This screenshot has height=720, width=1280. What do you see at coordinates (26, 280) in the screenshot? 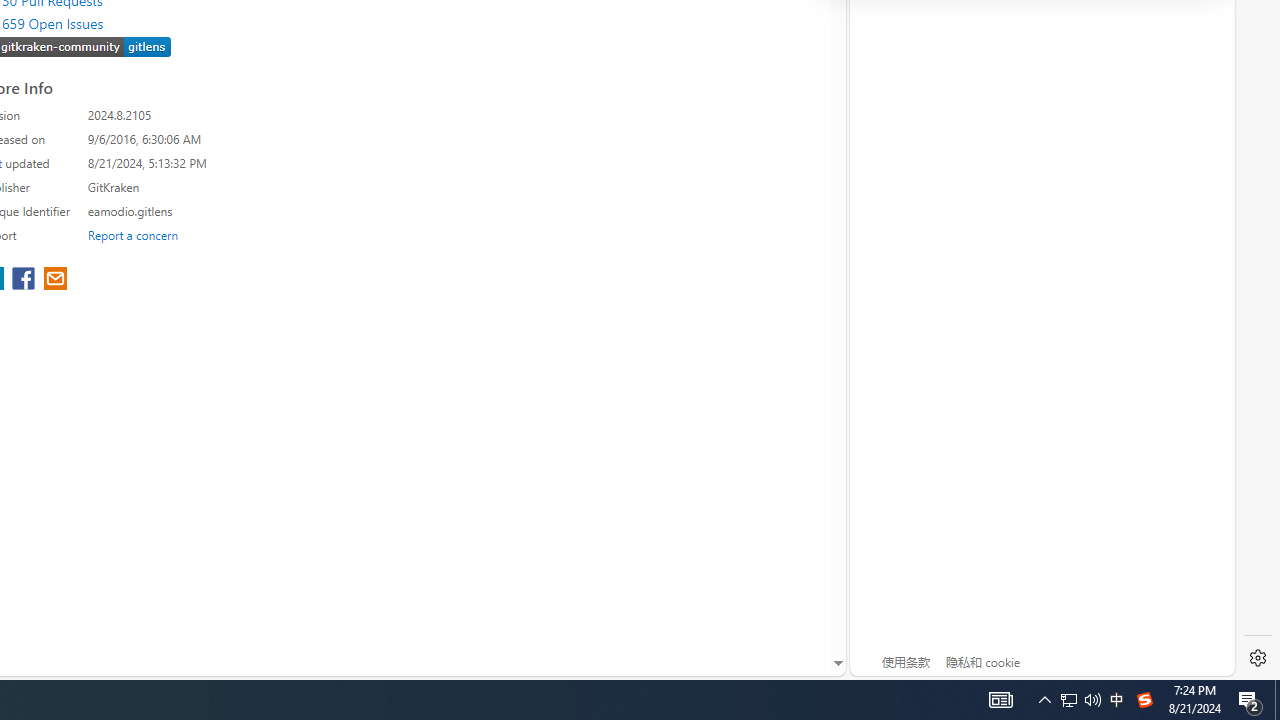
I see `'share extension on facebook'` at bounding box center [26, 280].